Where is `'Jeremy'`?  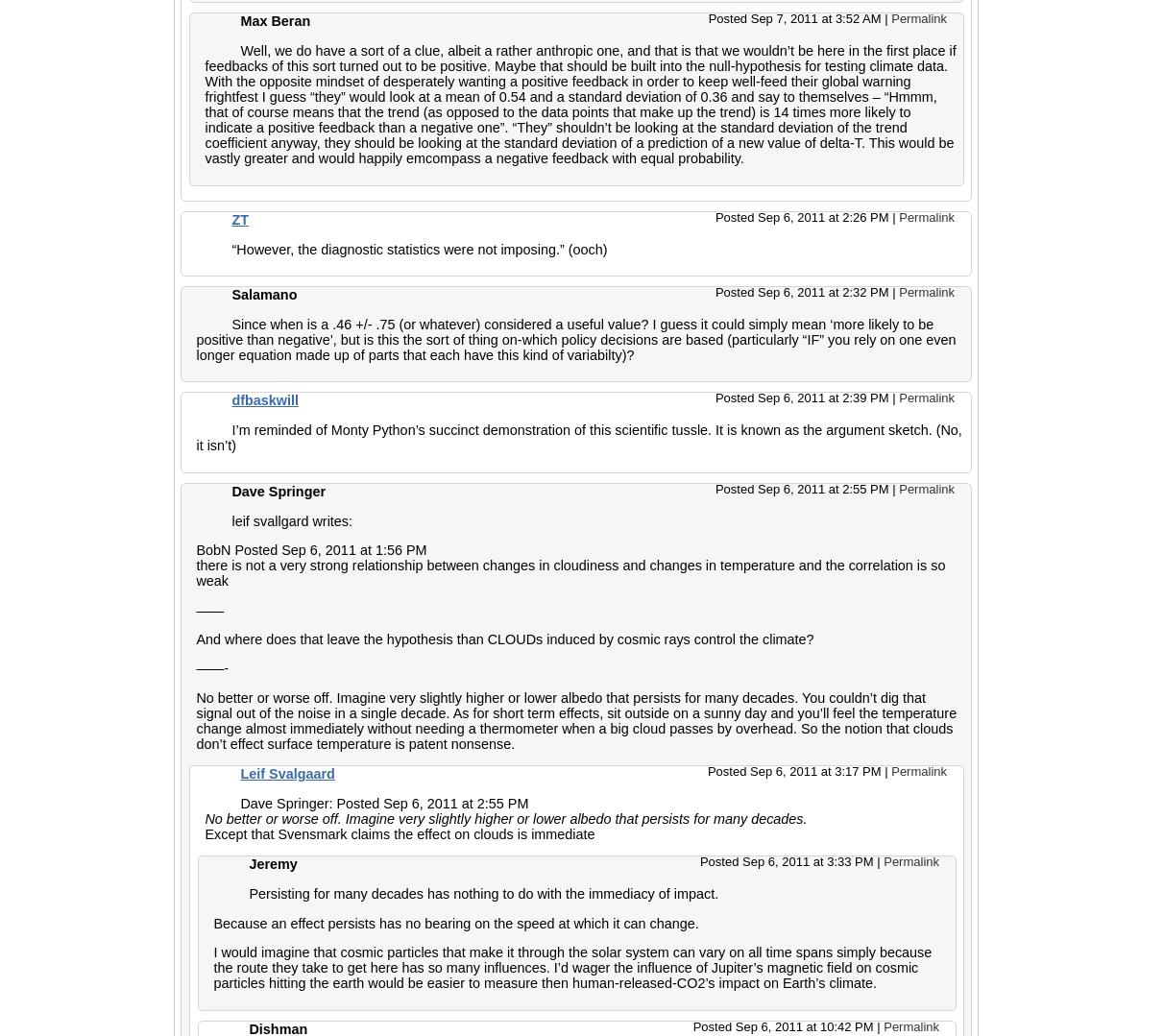 'Jeremy' is located at coordinates (272, 862).